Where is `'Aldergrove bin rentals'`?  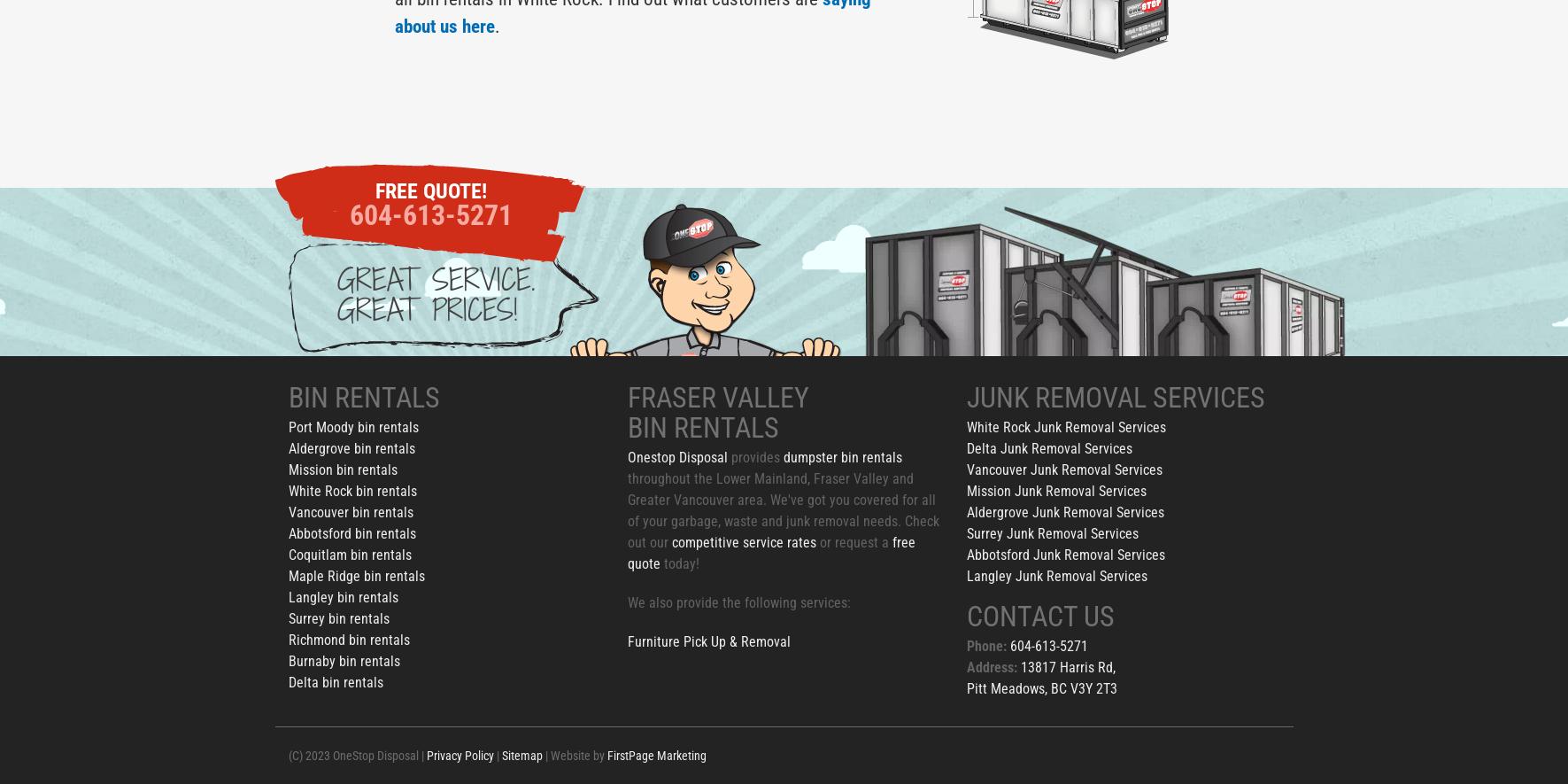
'Aldergrove bin rentals' is located at coordinates (351, 448).